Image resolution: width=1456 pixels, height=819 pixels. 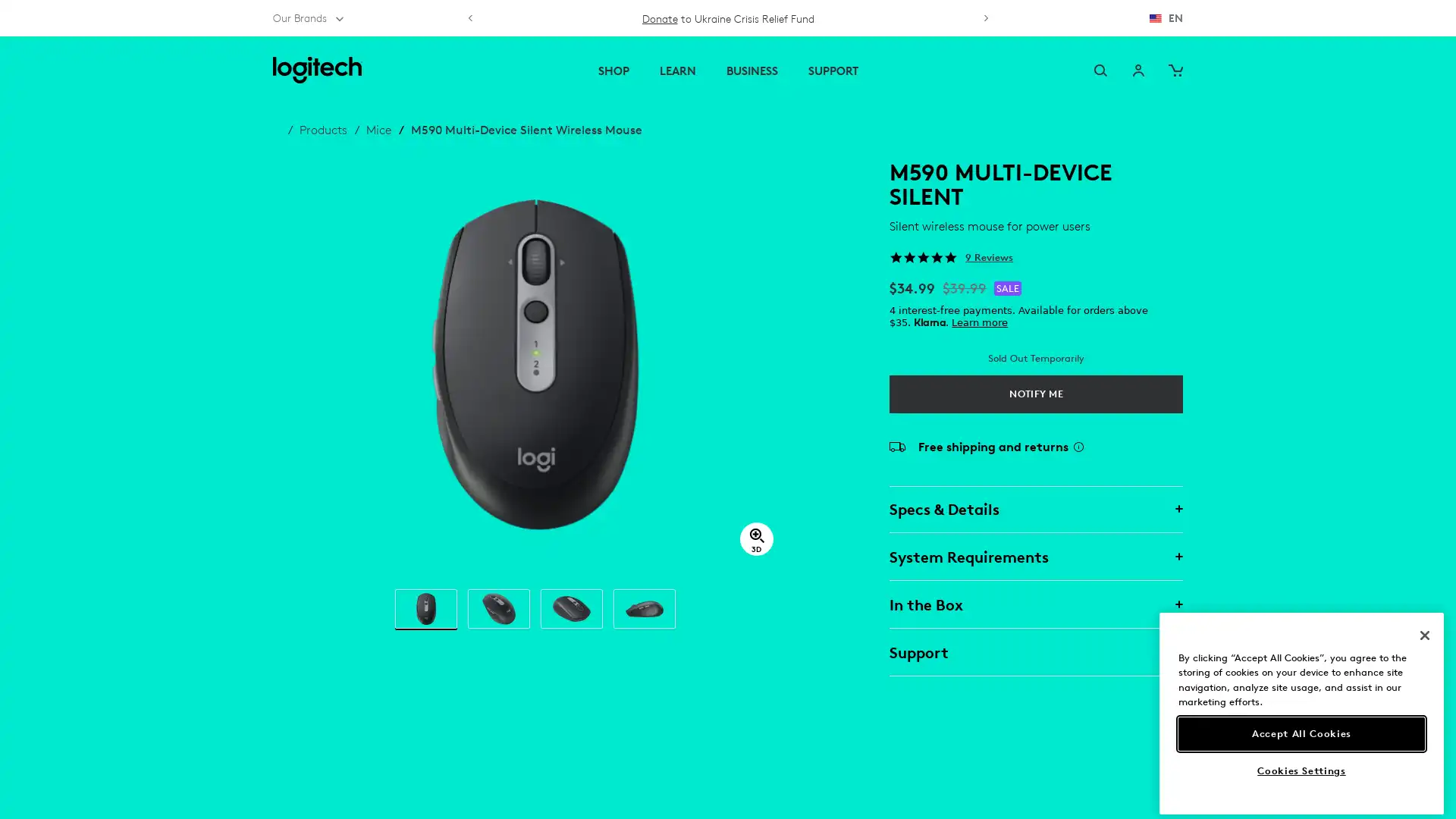 I want to click on Support, so click(x=1035, y=651).